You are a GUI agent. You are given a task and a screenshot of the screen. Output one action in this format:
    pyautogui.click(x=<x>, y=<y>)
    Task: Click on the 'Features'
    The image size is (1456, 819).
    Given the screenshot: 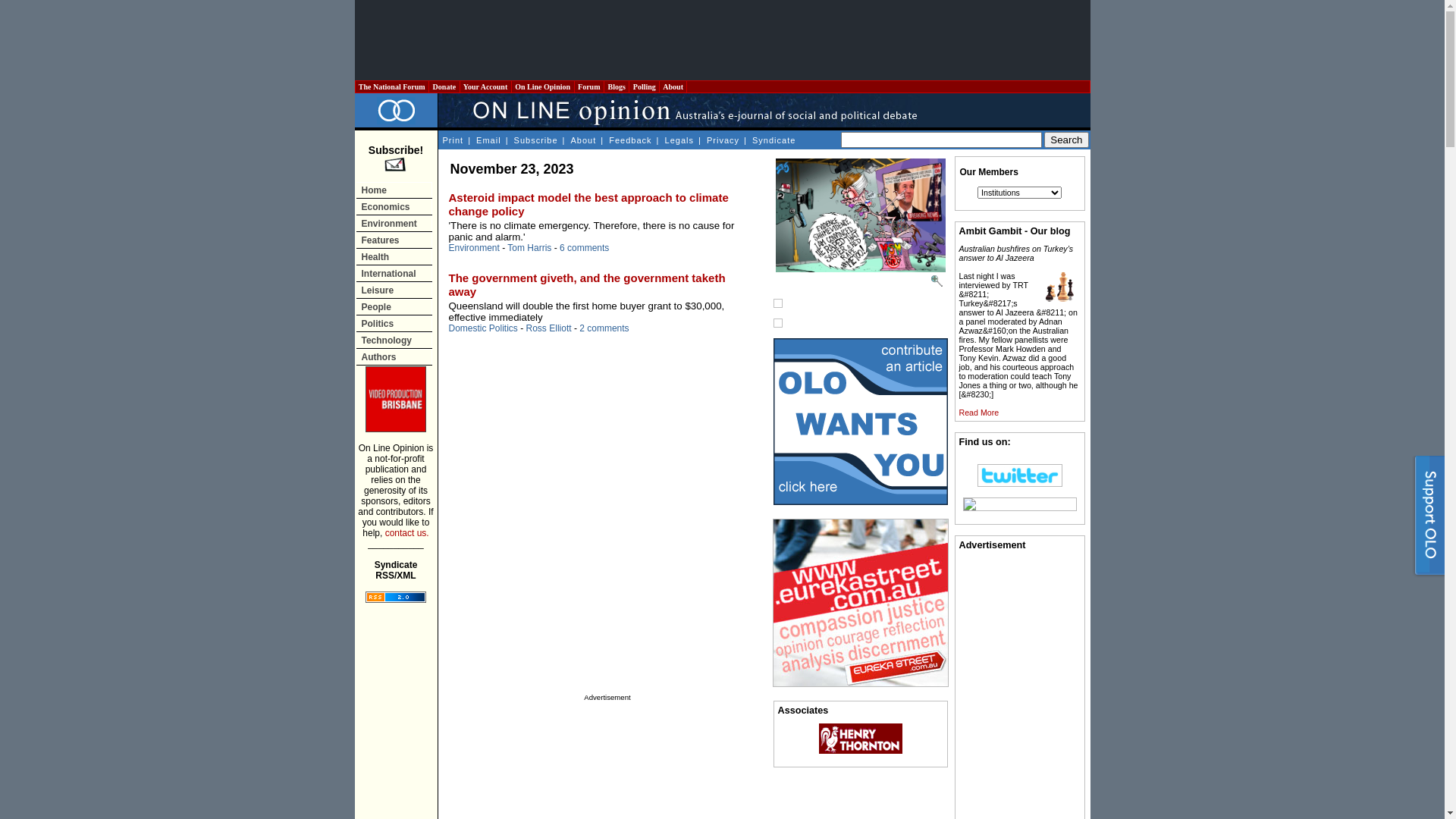 What is the action you would take?
    pyautogui.click(x=356, y=239)
    